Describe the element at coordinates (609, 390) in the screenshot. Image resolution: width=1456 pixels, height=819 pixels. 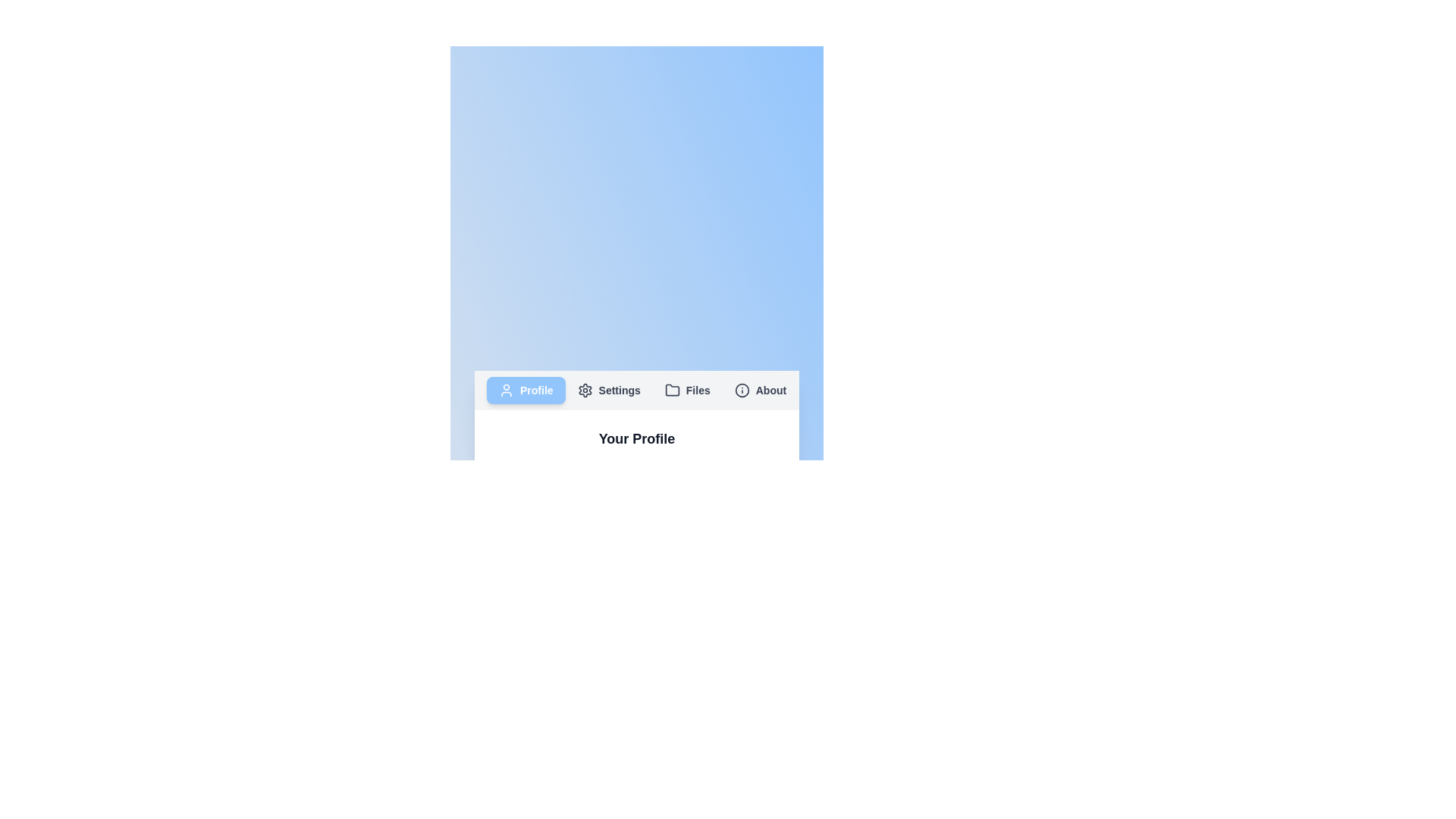
I see `the 'Settings' button, which is a horizontally aligned button with a gear icon` at that location.